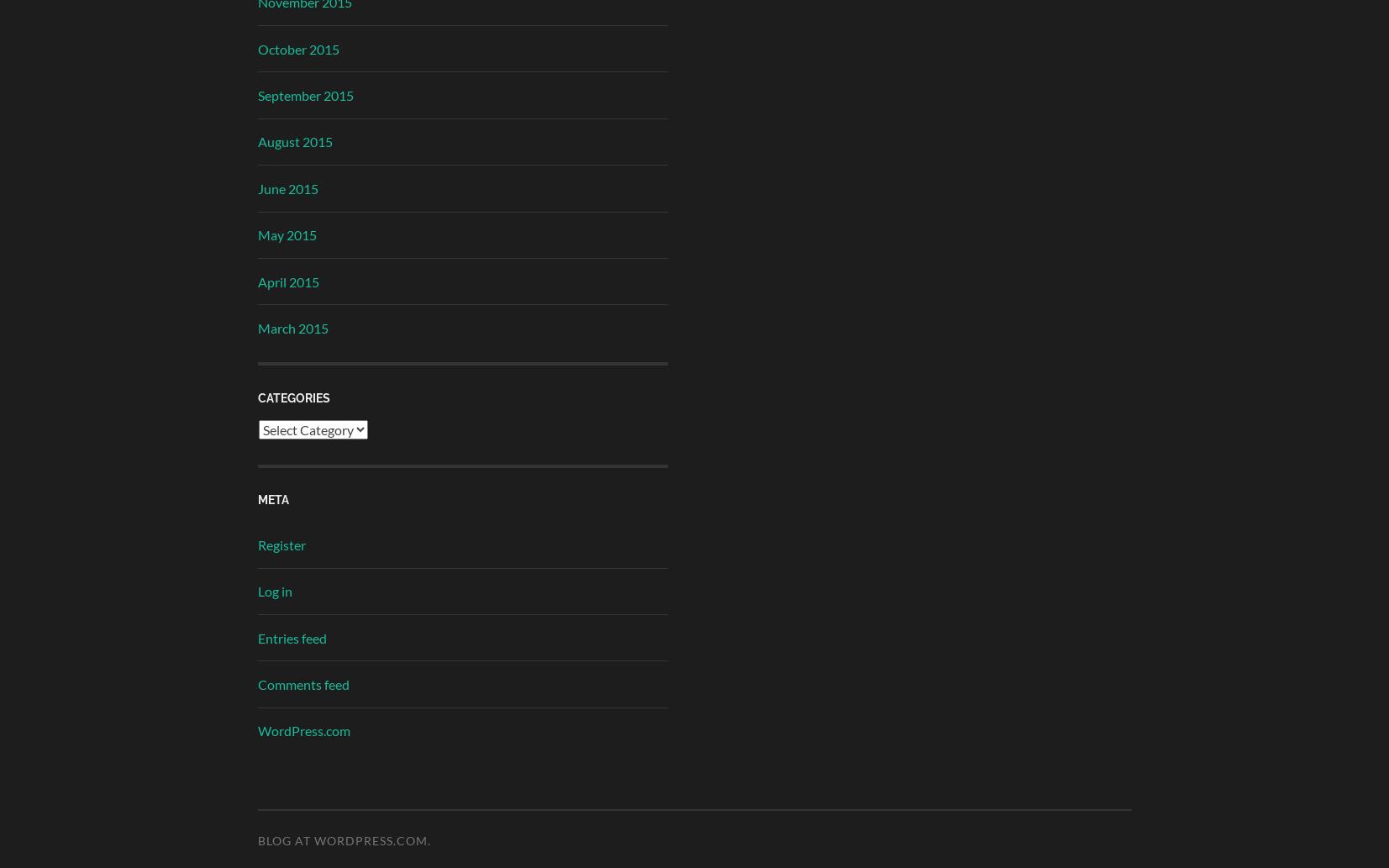  I want to click on 'August 2015', so click(293, 141).